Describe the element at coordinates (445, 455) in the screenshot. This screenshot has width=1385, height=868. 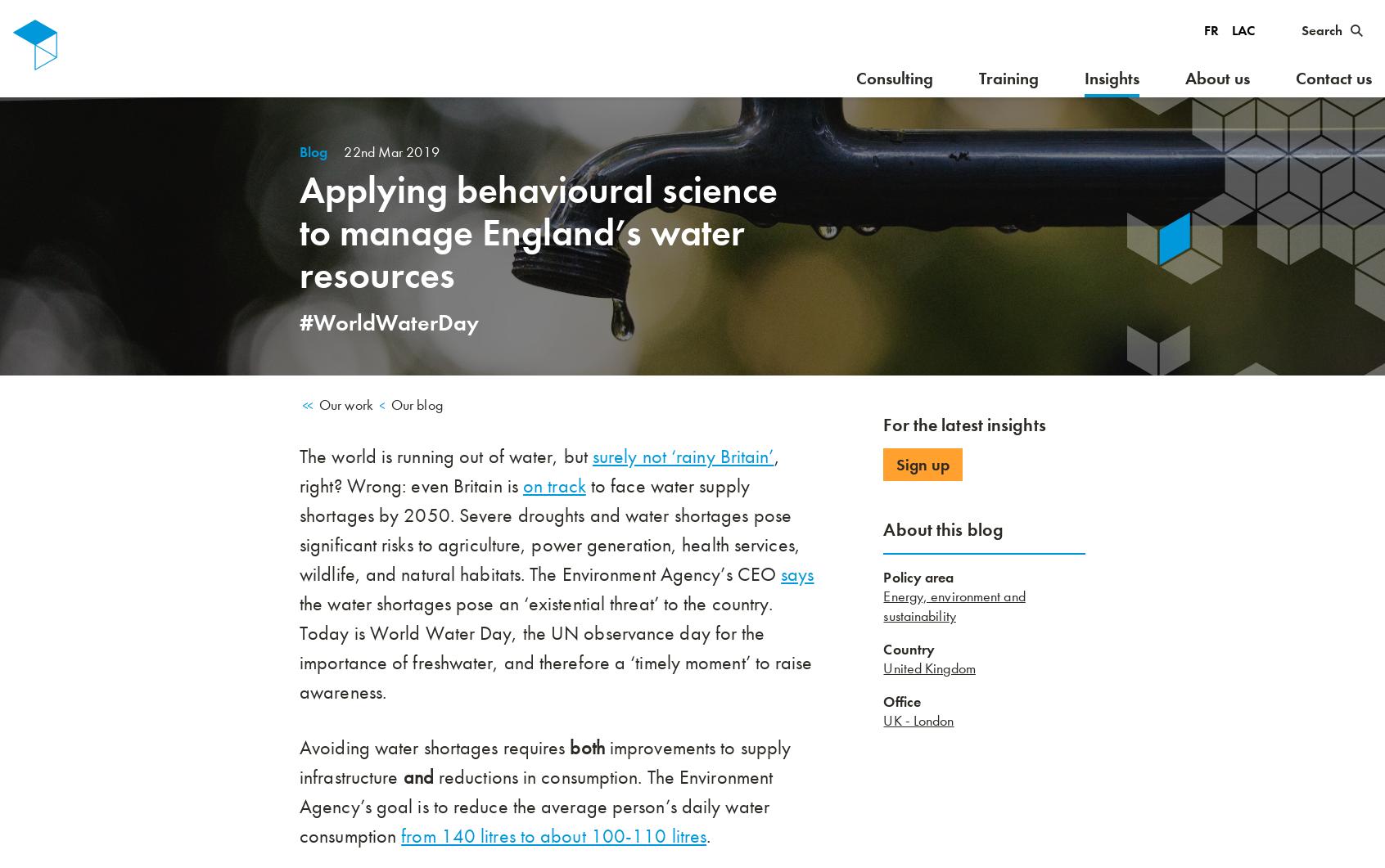
I see `'The world is running out of water, but'` at that location.